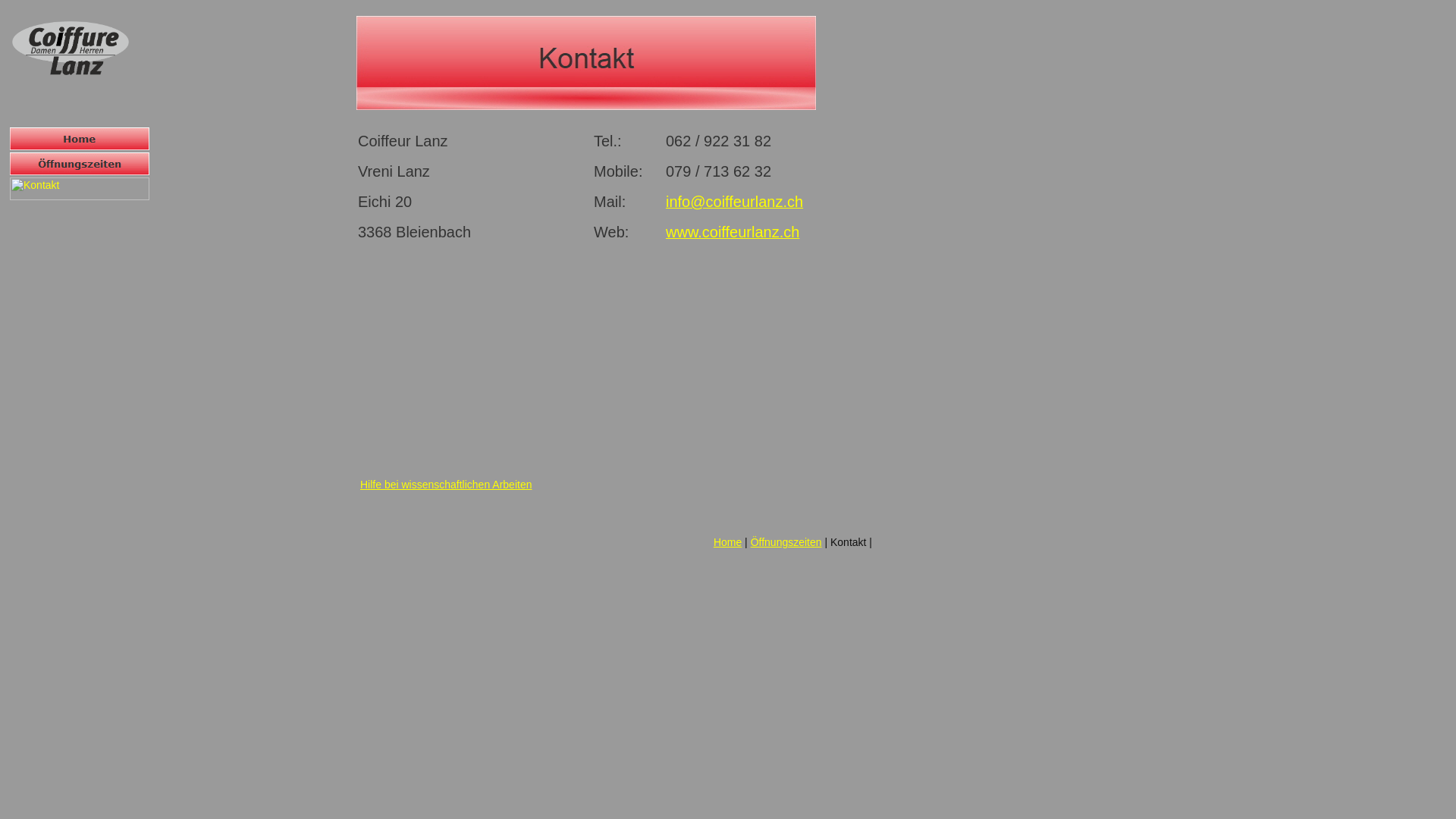 The width and height of the screenshot is (1456, 819). Describe the element at coordinates (445, 485) in the screenshot. I see `'Hilfe bei wissenschaftlichen Arbeiten'` at that location.